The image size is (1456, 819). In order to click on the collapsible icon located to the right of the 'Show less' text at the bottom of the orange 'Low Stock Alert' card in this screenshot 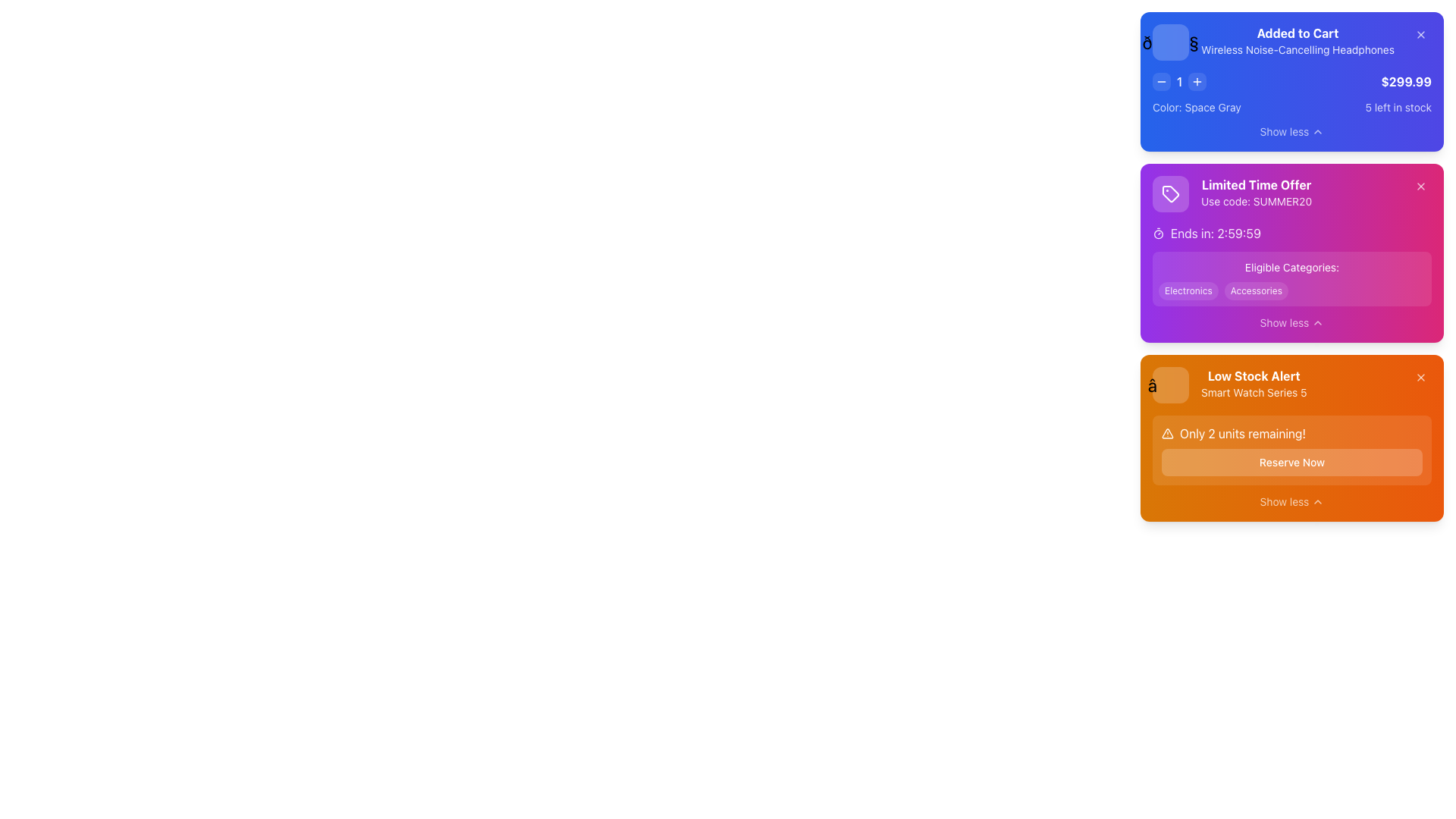, I will do `click(1317, 502)`.